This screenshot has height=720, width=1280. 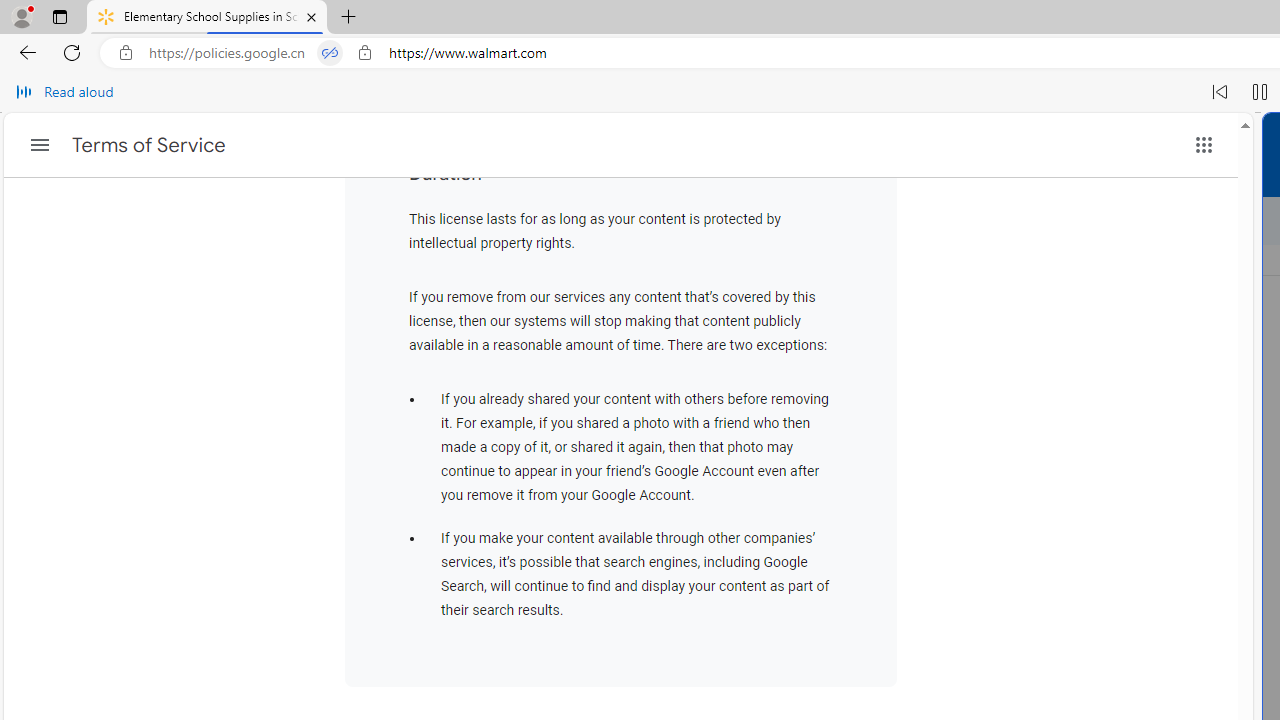 I want to click on 'Read previous paragraph', so click(x=1219, y=92).